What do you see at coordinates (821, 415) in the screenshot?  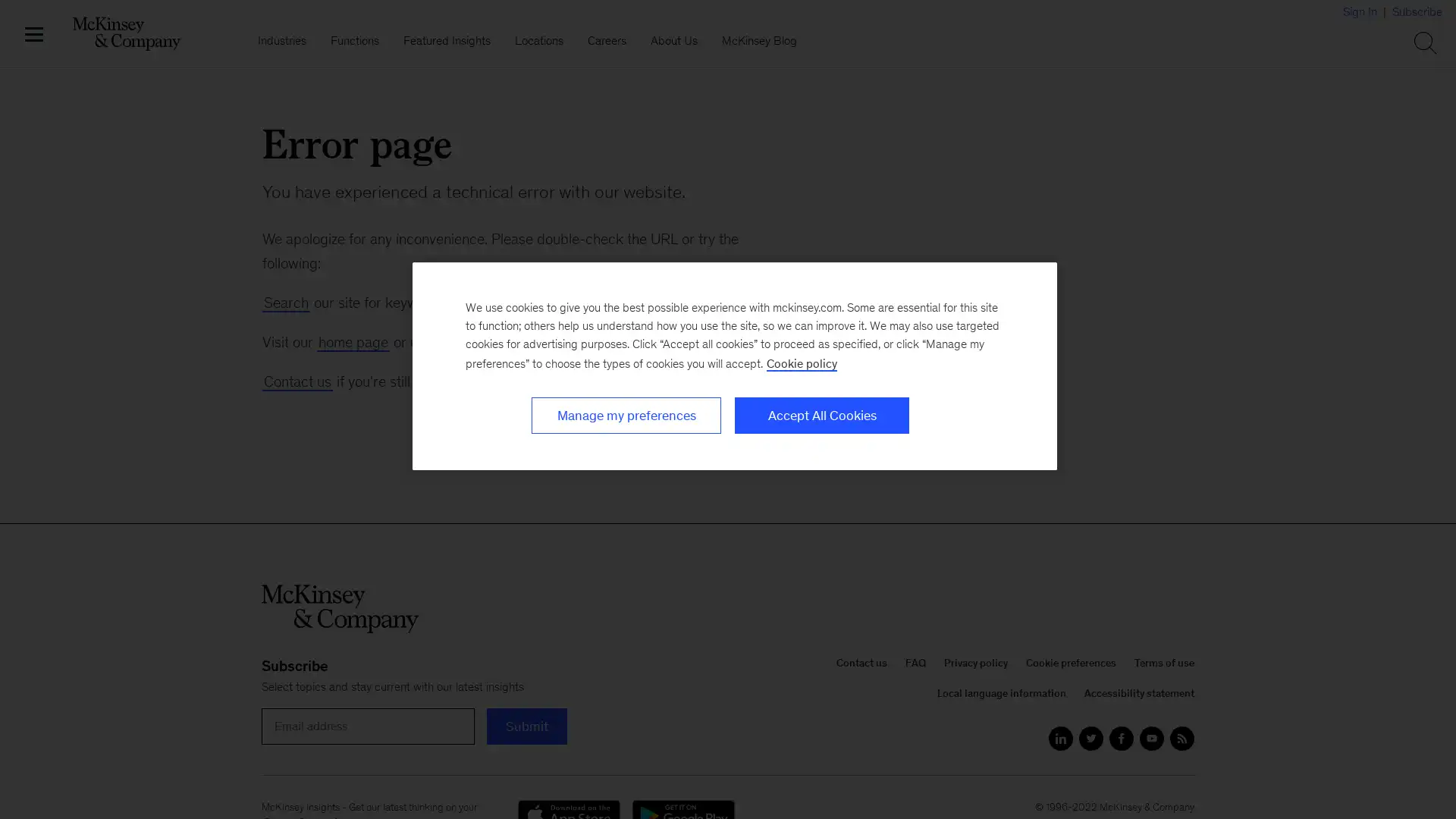 I see `Accept All Cookies` at bounding box center [821, 415].